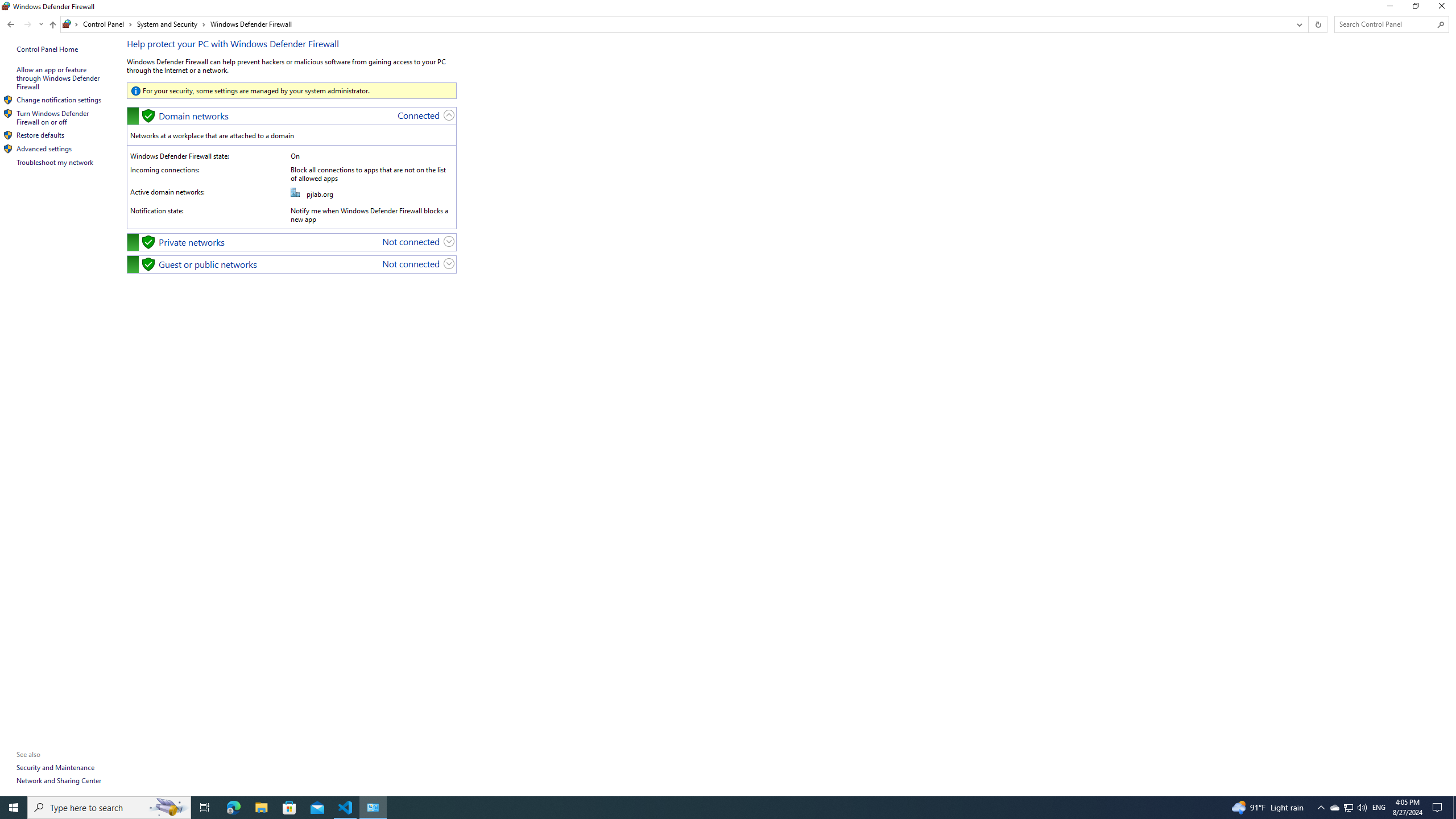 The image size is (1456, 819). What do you see at coordinates (204, 806) in the screenshot?
I see `'Task View'` at bounding box center [204, 806].